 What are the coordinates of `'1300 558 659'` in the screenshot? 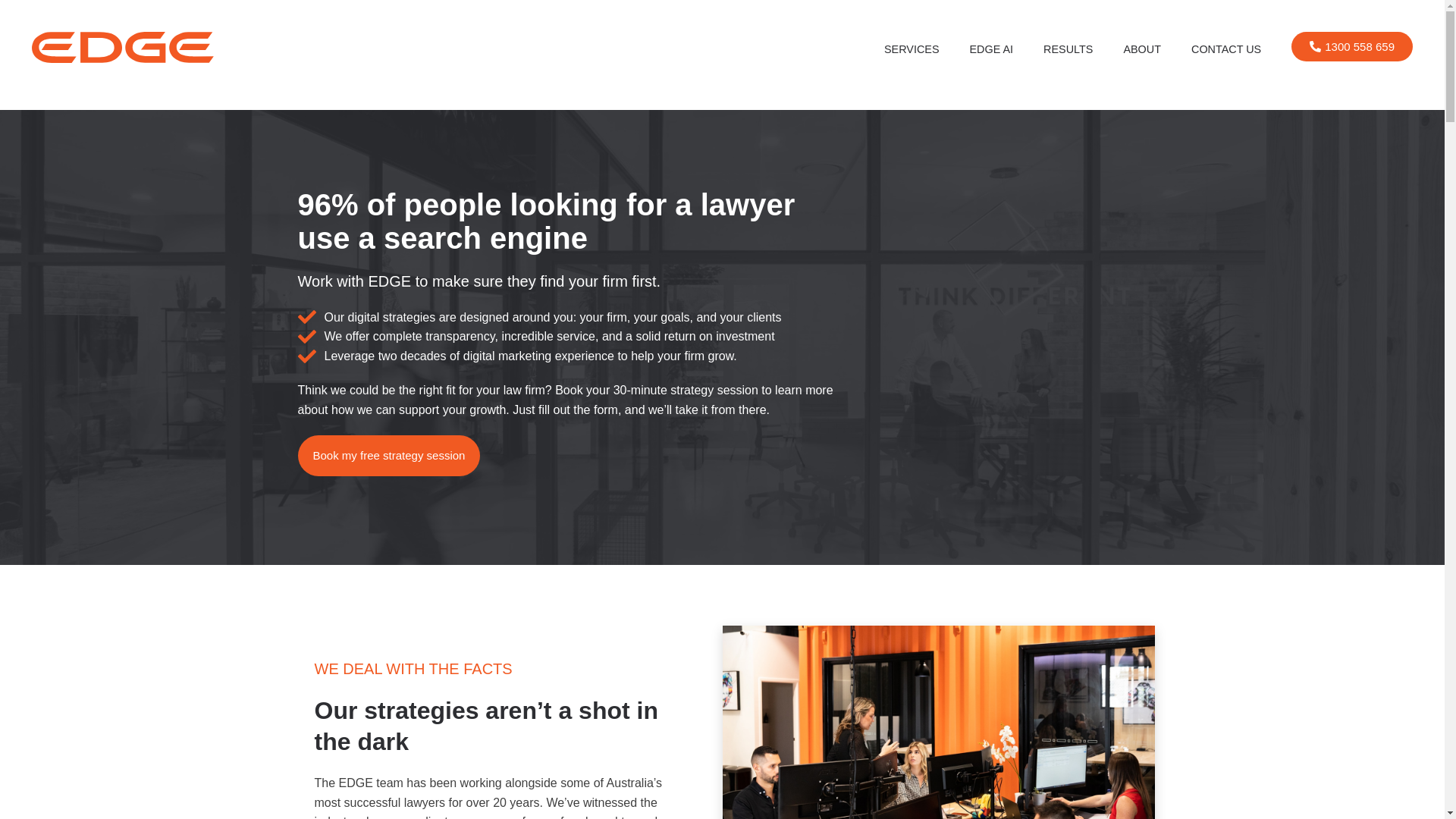 It's located at (1351, 45).